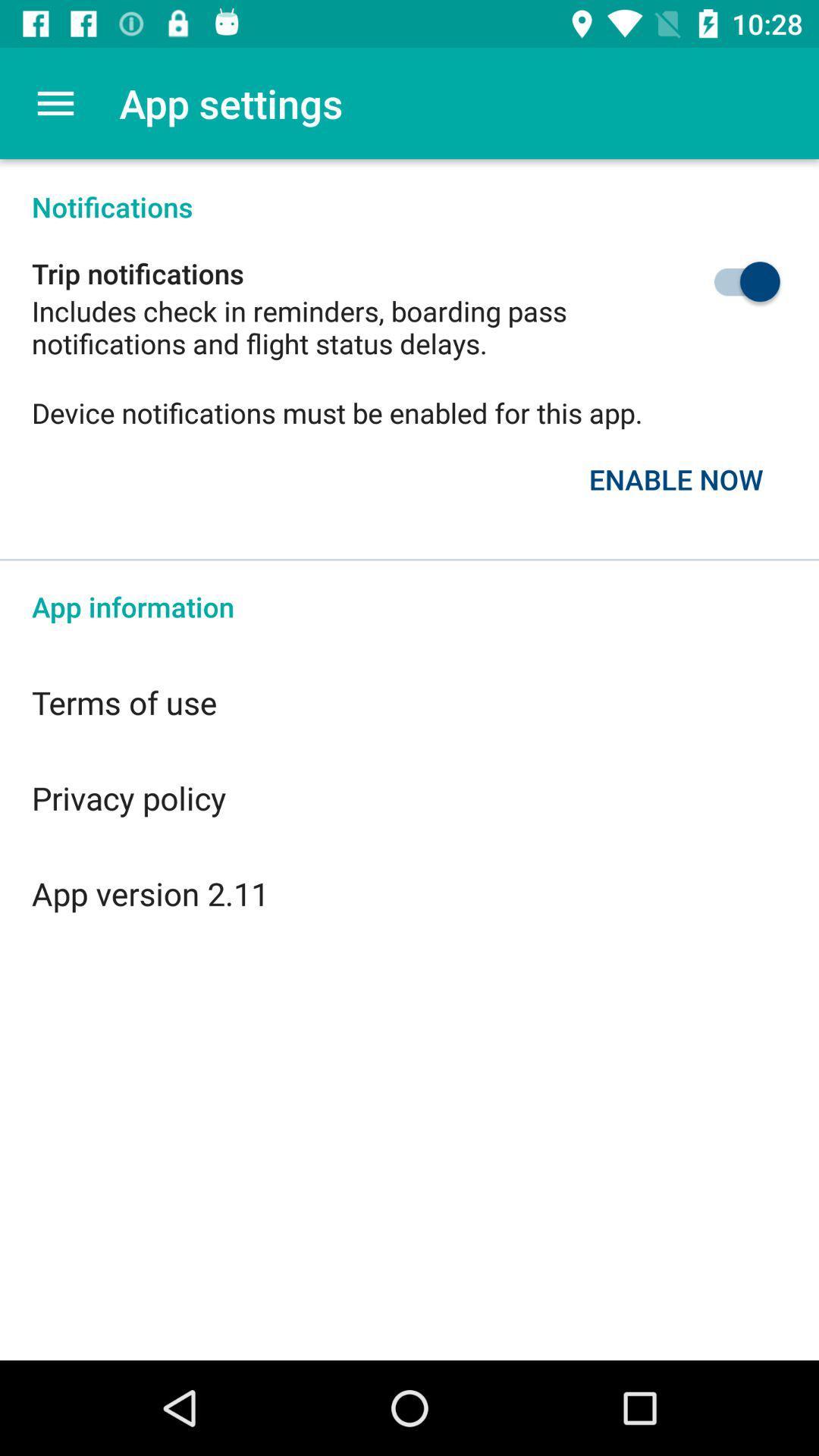 The height and width of the screenshot is (1456, 819). What do you see at coordinates (711, 281) in the screenshot?
I see `the icon below the notifications item` at bounding box center [711, 281].